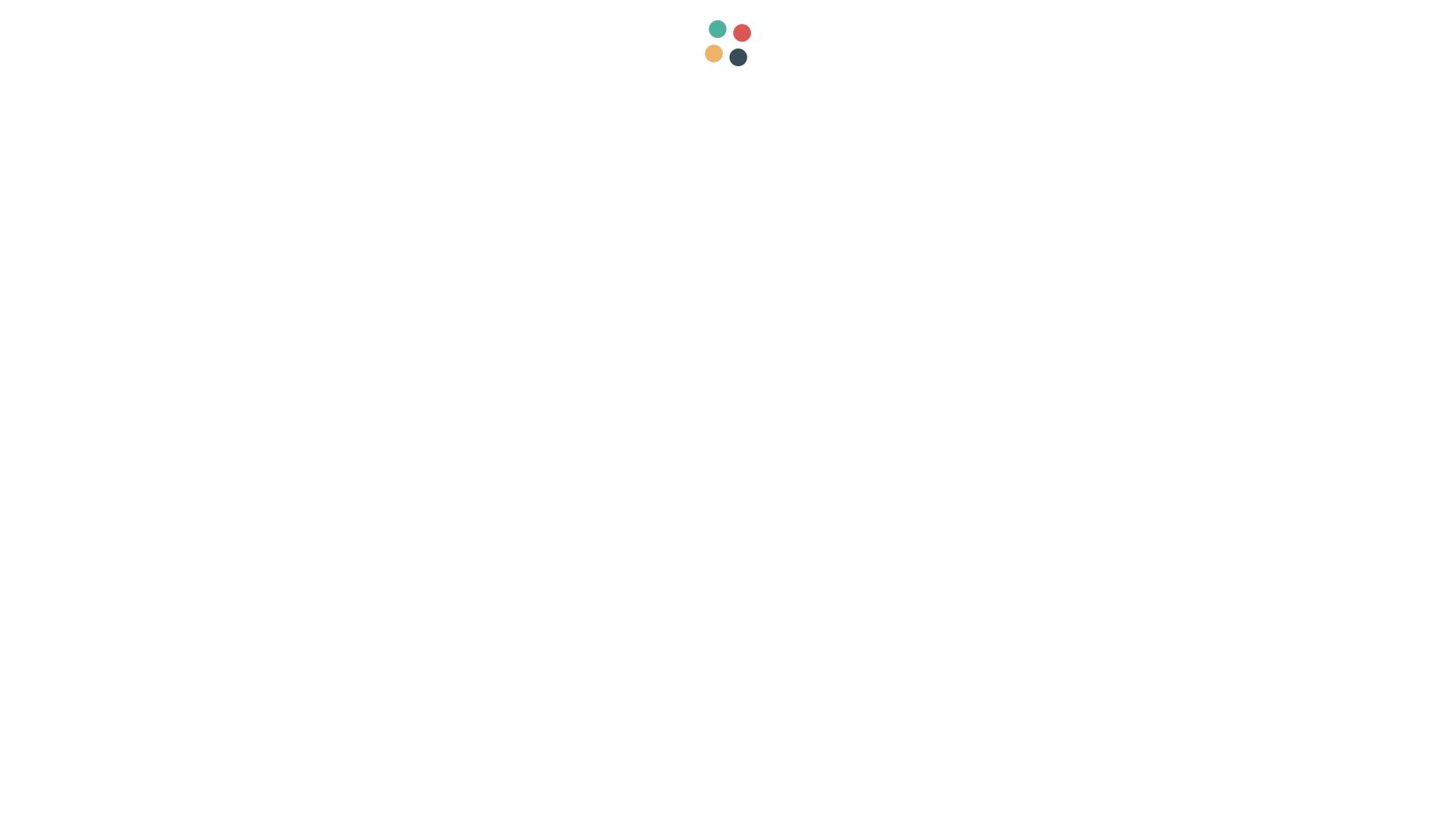 This screenshot has height=839, width=1456. What do you see at coordinates (1039, 516) in the screenshot?
I see `'Friday 13 June 2014'` at bounding box center [1039, 516].